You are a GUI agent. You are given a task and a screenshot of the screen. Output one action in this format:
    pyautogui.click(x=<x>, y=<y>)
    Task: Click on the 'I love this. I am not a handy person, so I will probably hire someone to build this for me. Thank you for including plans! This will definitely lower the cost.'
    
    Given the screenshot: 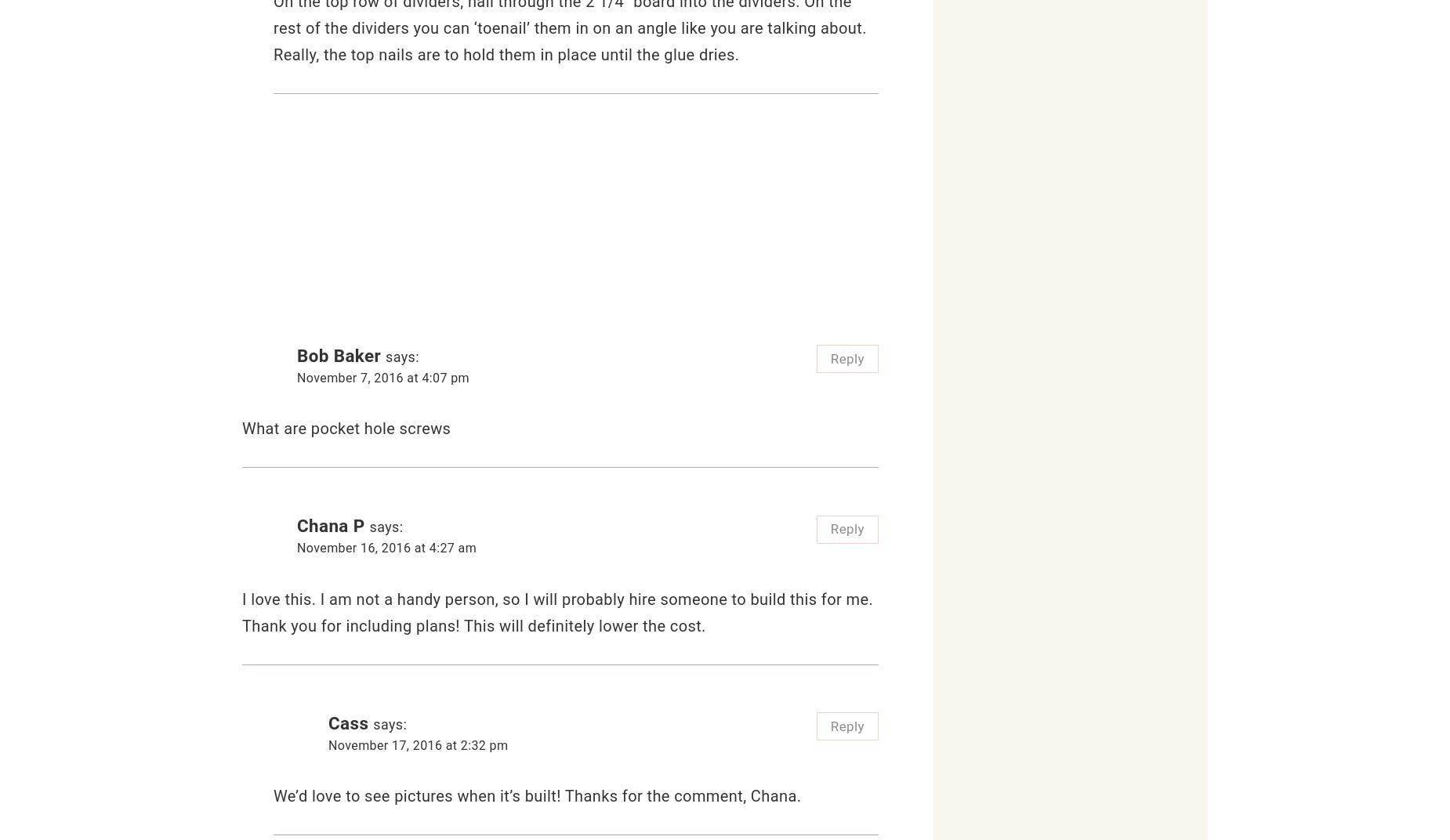 What is the action you would take?
    pyautogui.click(x=557, y=611)
    